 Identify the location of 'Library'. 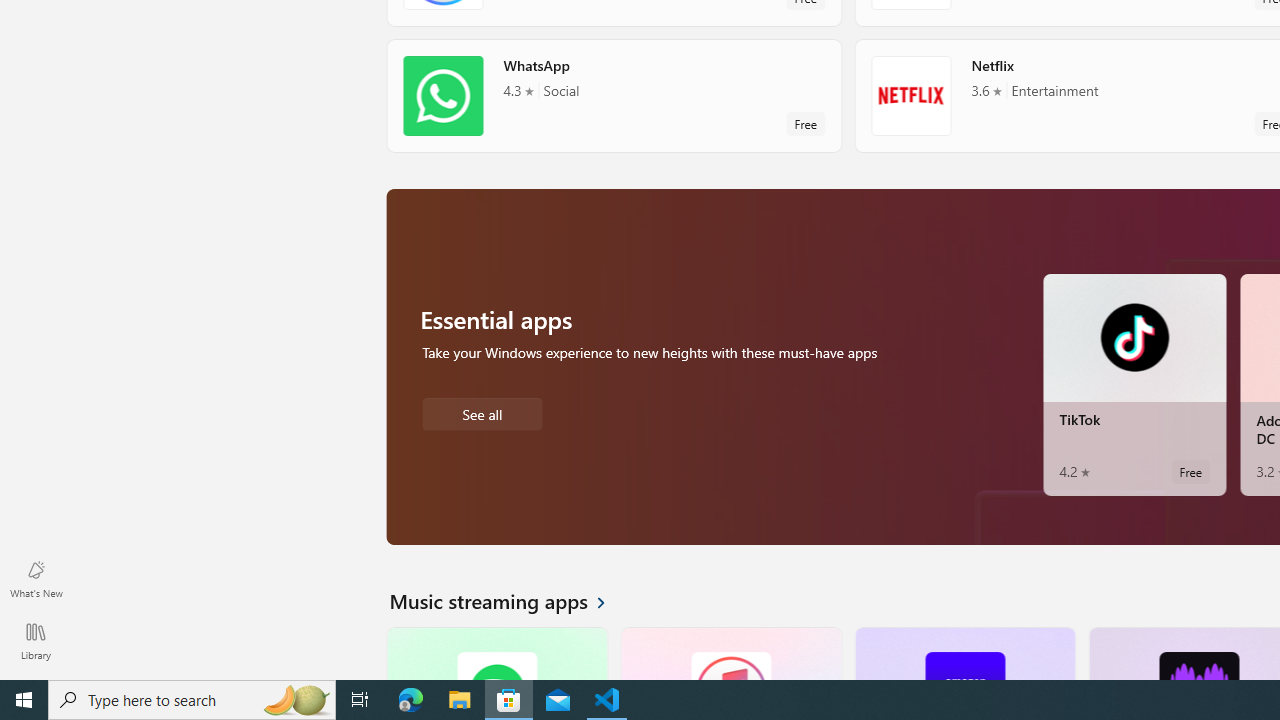
(35, 640).